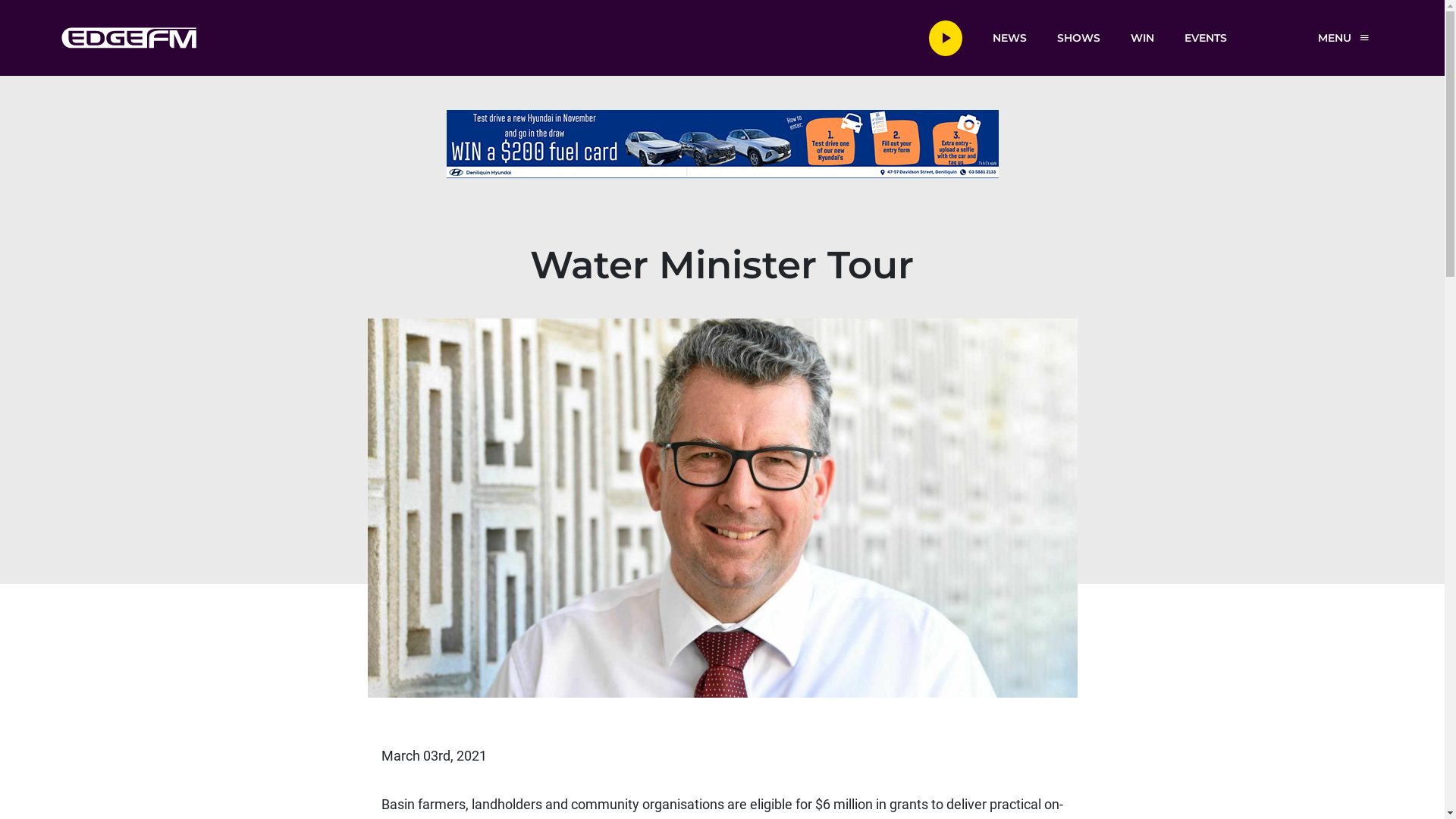 The image size is (1456, 819). What do you see at coordinates (1078, 36) in the screenshot?
I see `'SHOWS'` at bounding box center [1078, 36].